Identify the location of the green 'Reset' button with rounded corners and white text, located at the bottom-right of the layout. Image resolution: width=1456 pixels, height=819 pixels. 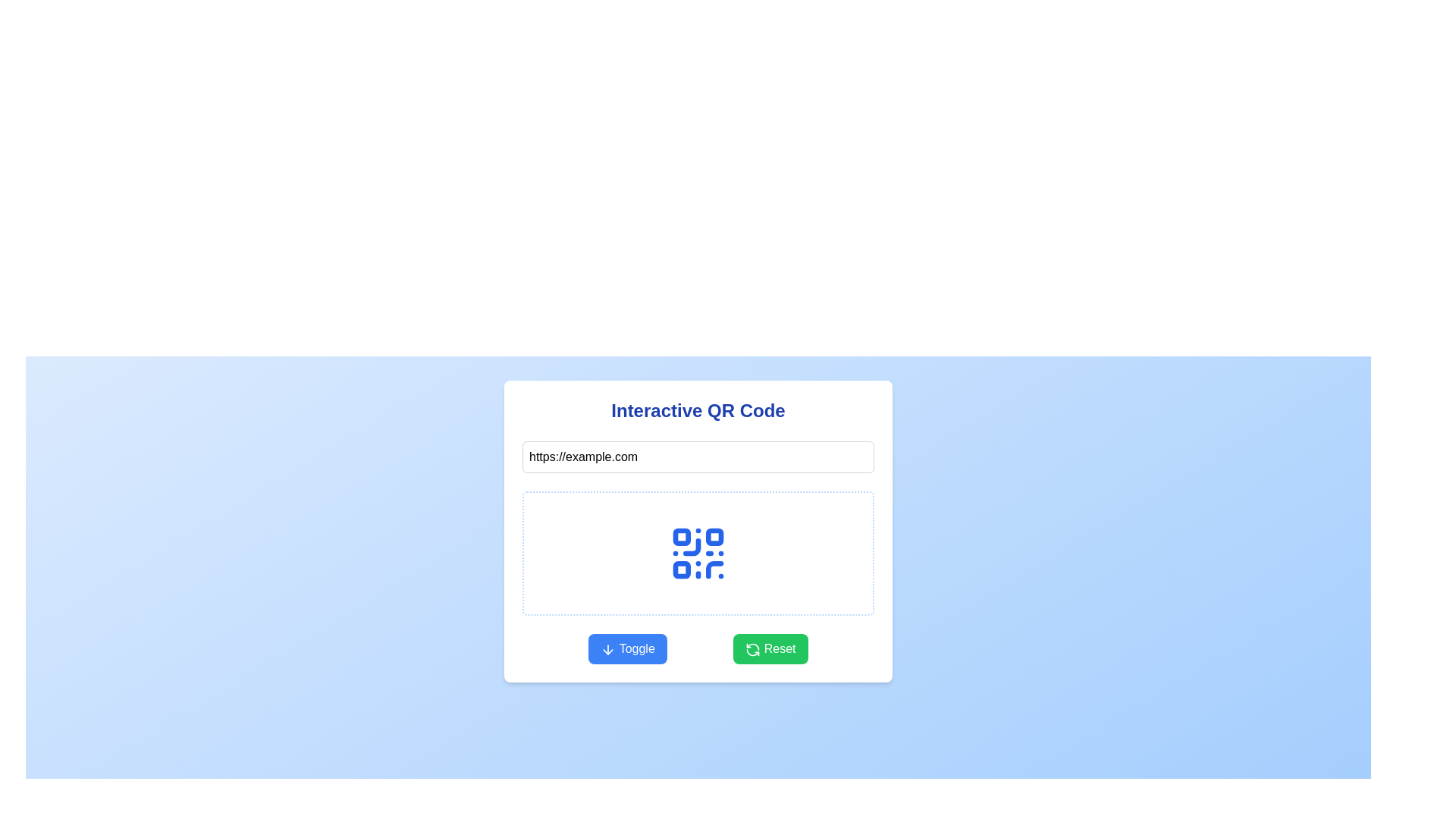
(770, 648).